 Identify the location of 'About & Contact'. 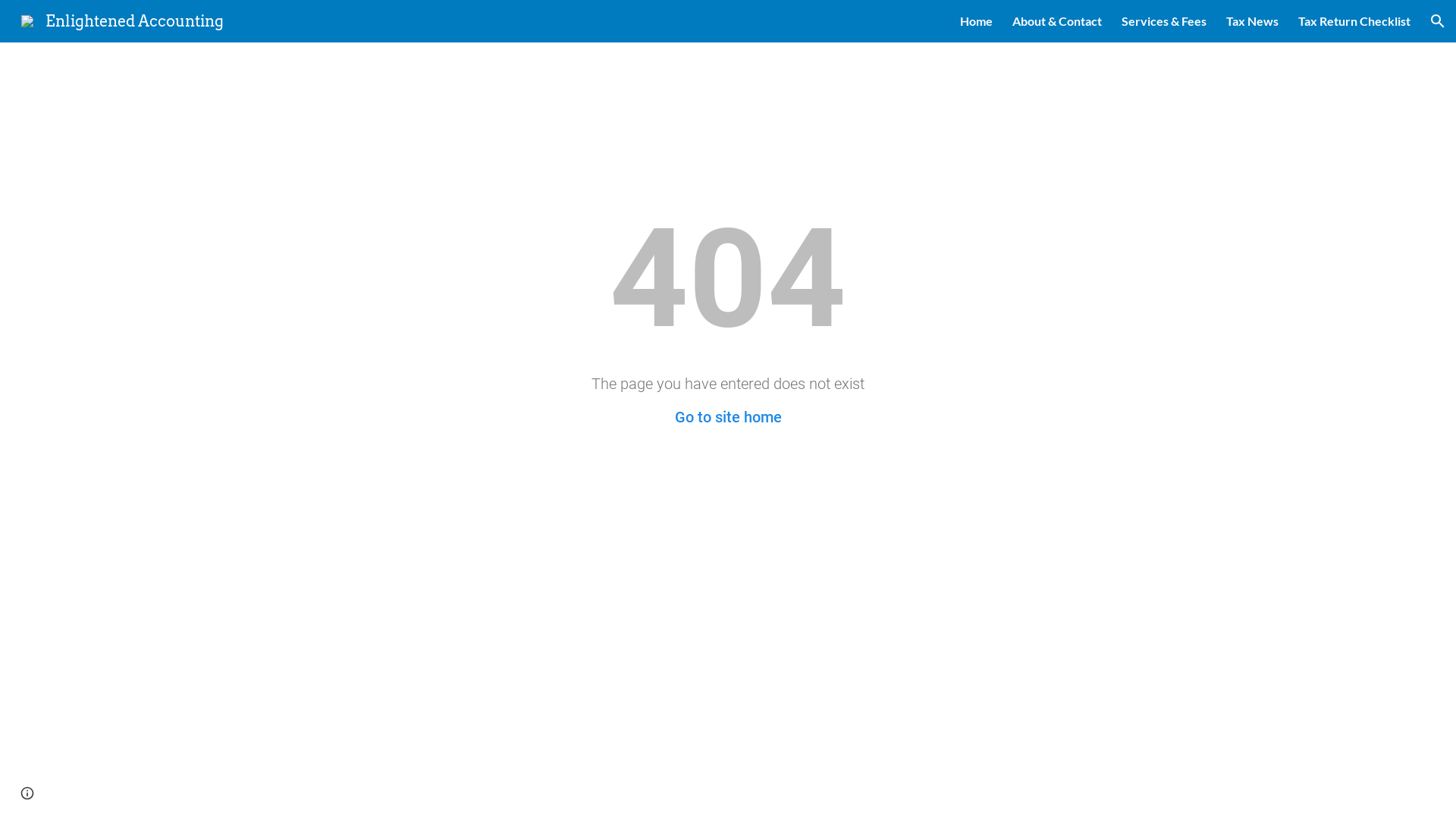
(1012, 20).